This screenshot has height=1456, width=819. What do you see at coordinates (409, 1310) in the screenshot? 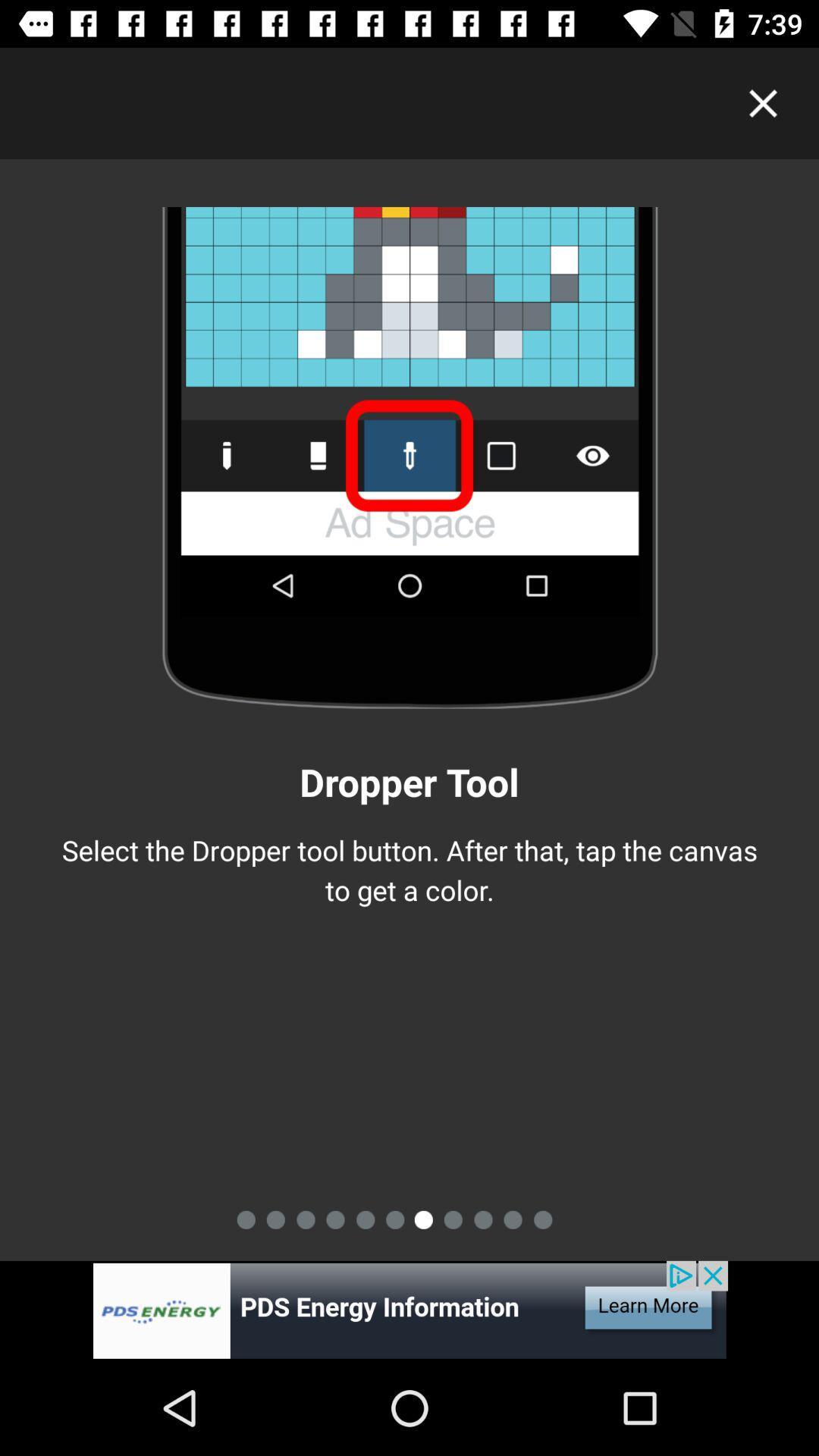
I see `more info button` at bounding box center [409, 1310].